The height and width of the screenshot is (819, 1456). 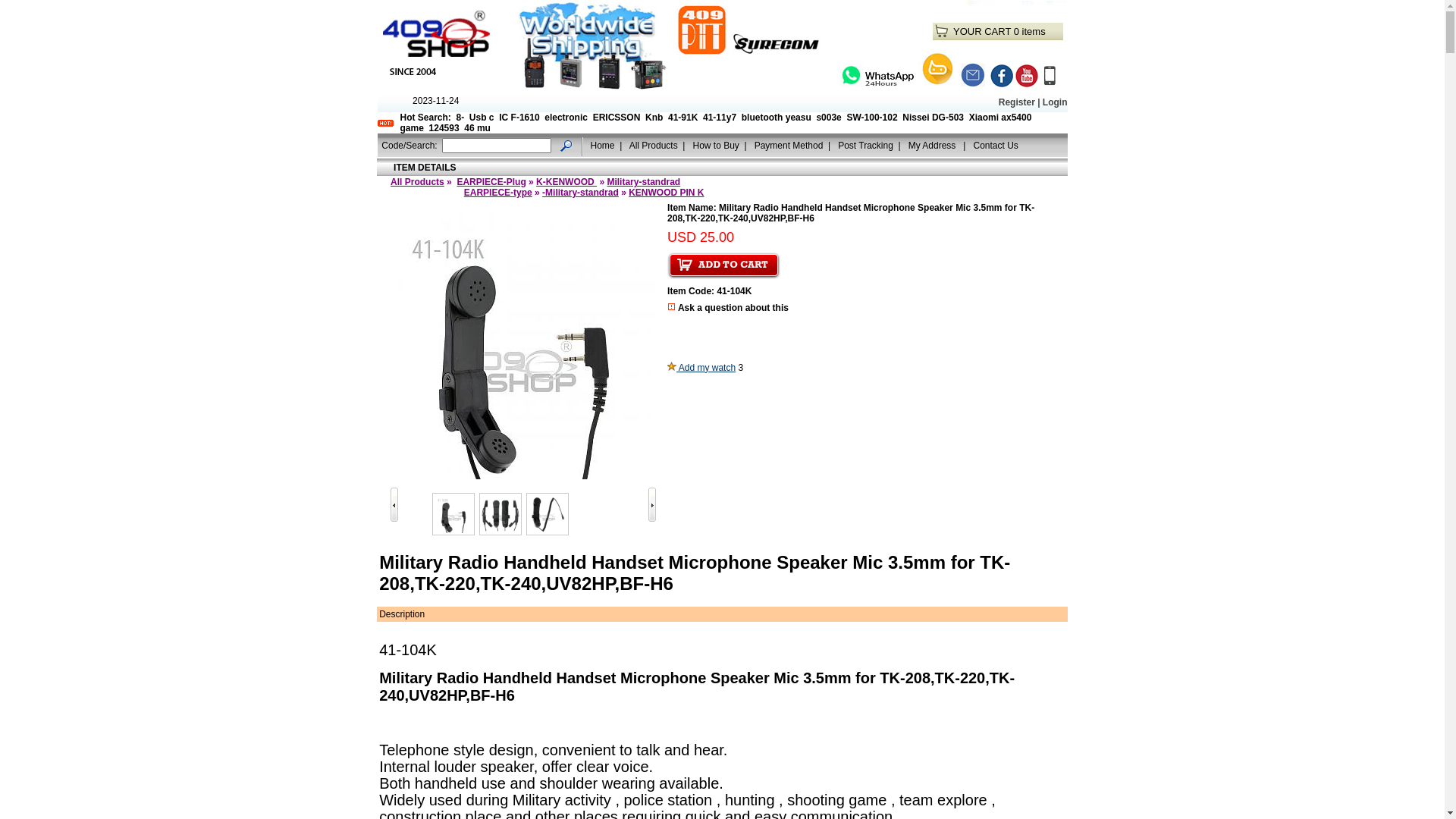 I want to click on 'YOUR CART 0 items', so click(x=952, y=31).